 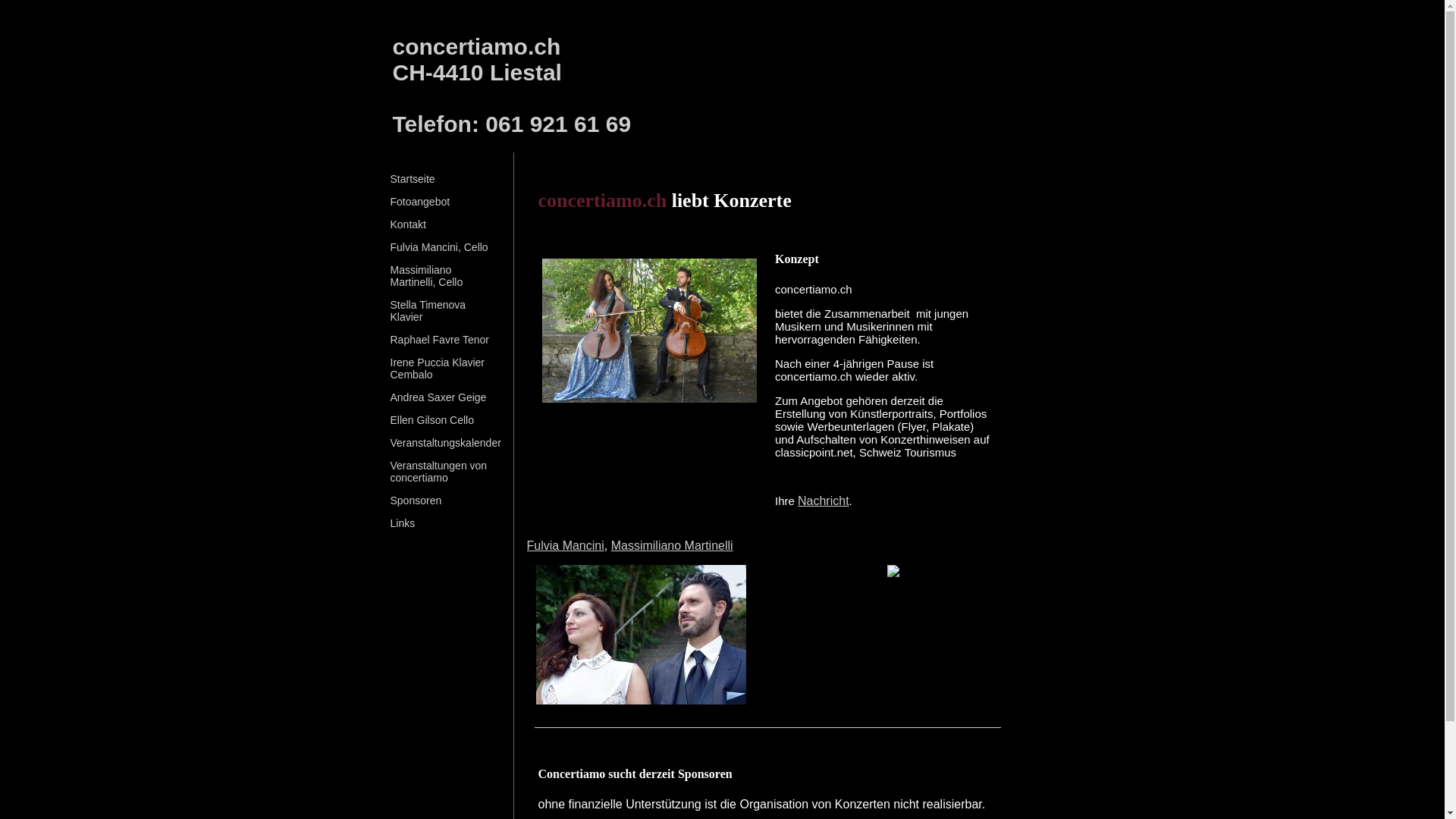 I want to click on 'Ellen Gilson Cello', so click(x=431, y=425).